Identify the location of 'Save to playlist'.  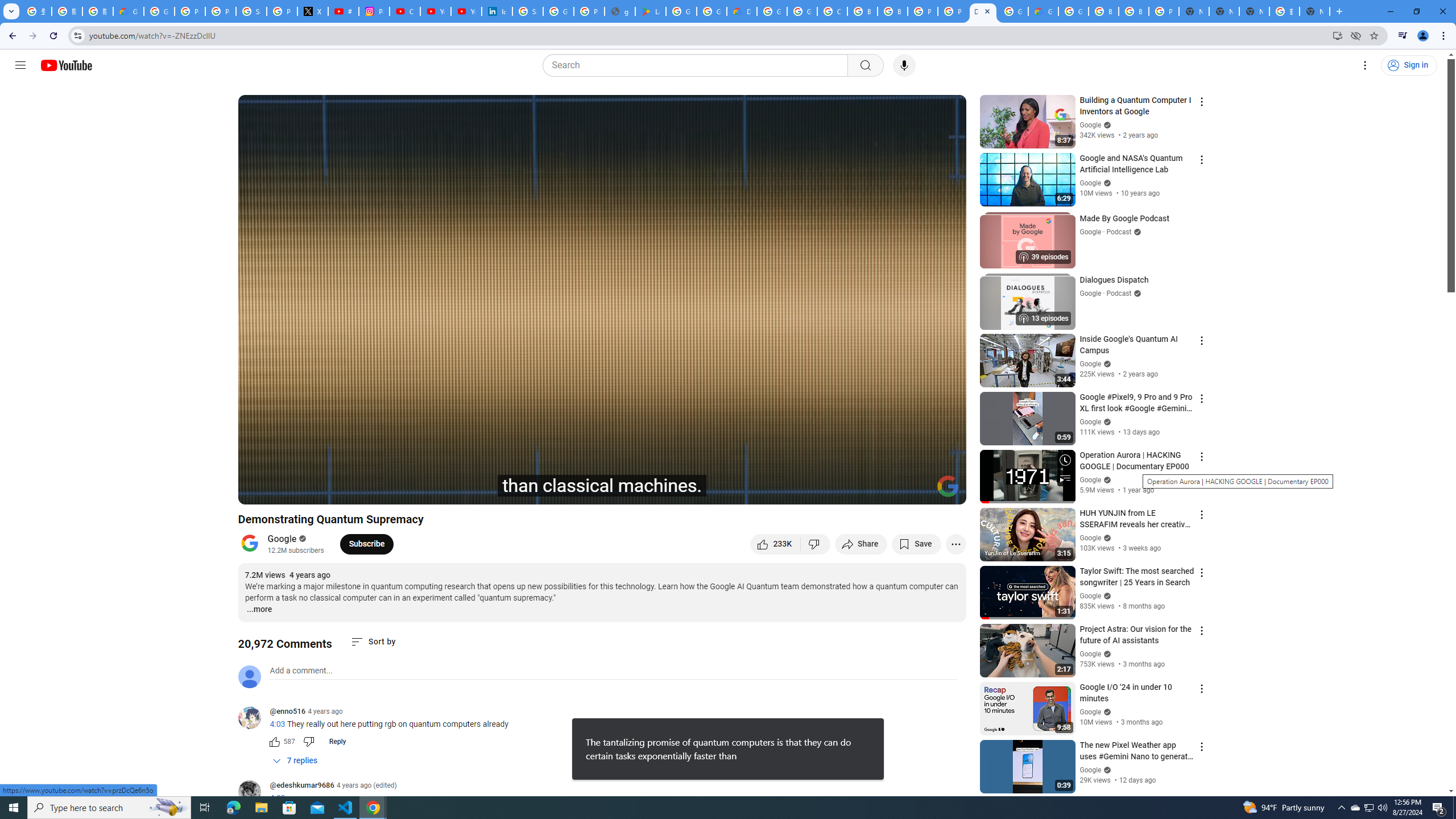
(916, 543).